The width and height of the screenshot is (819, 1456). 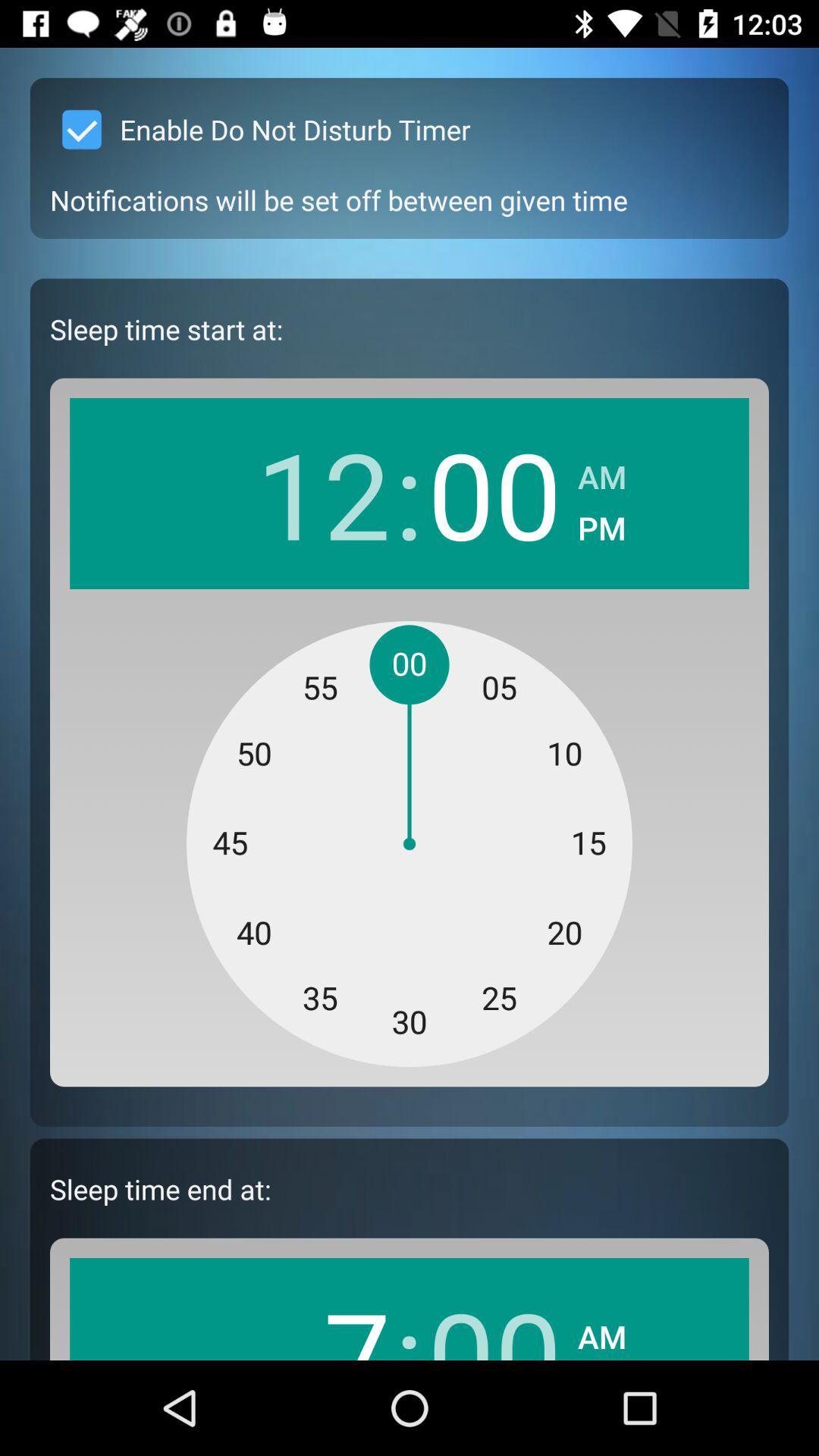 I want to click on 7, so click(x=322, y=1316).